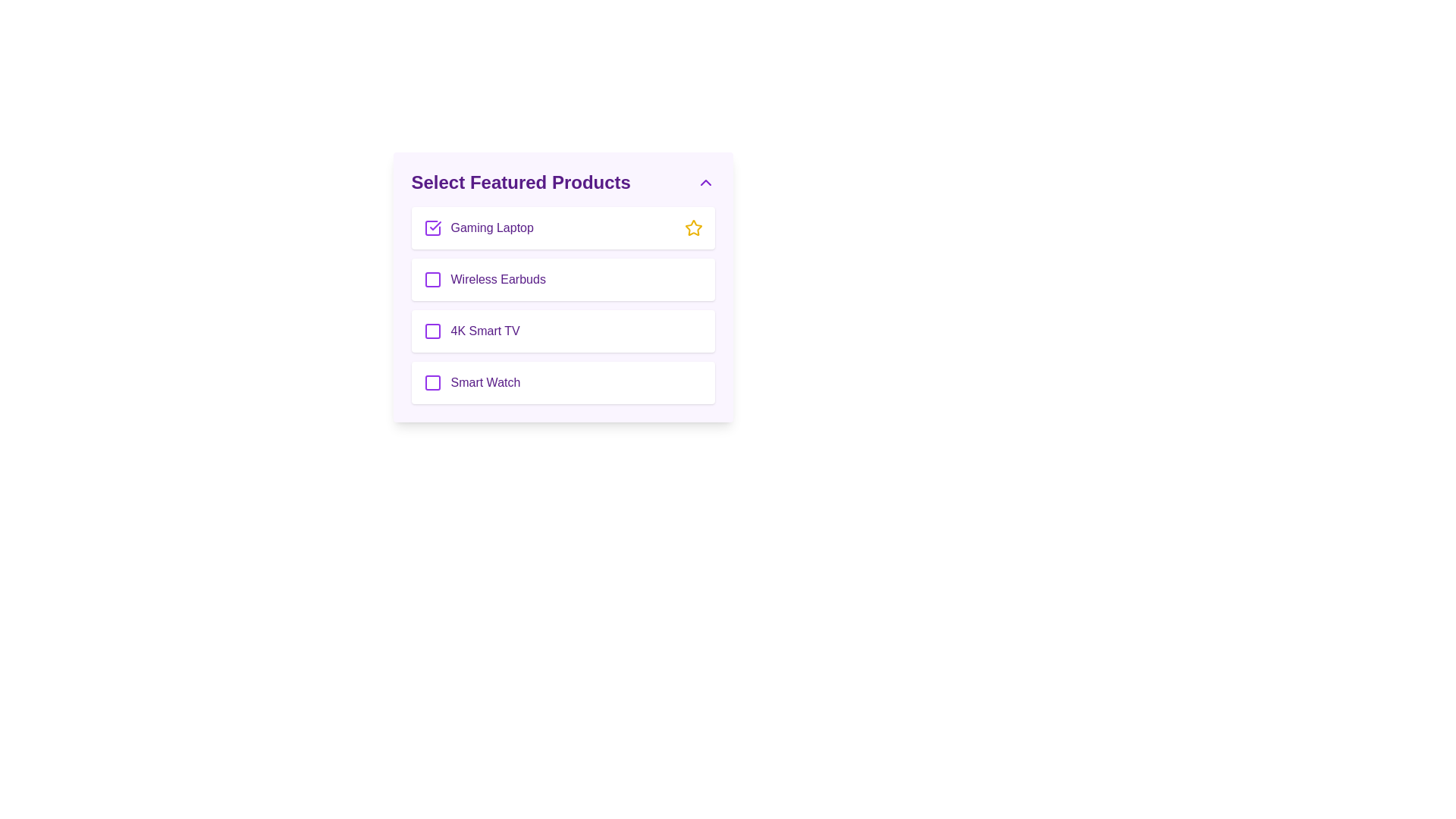 Image resolution: width=1456 pixels, height=819 pixels. I want to click on the non-interactive Text label displaying '4K Smart TV' within the 'Select Featured Products' section, which is the third item in the list, so click(485, 330).